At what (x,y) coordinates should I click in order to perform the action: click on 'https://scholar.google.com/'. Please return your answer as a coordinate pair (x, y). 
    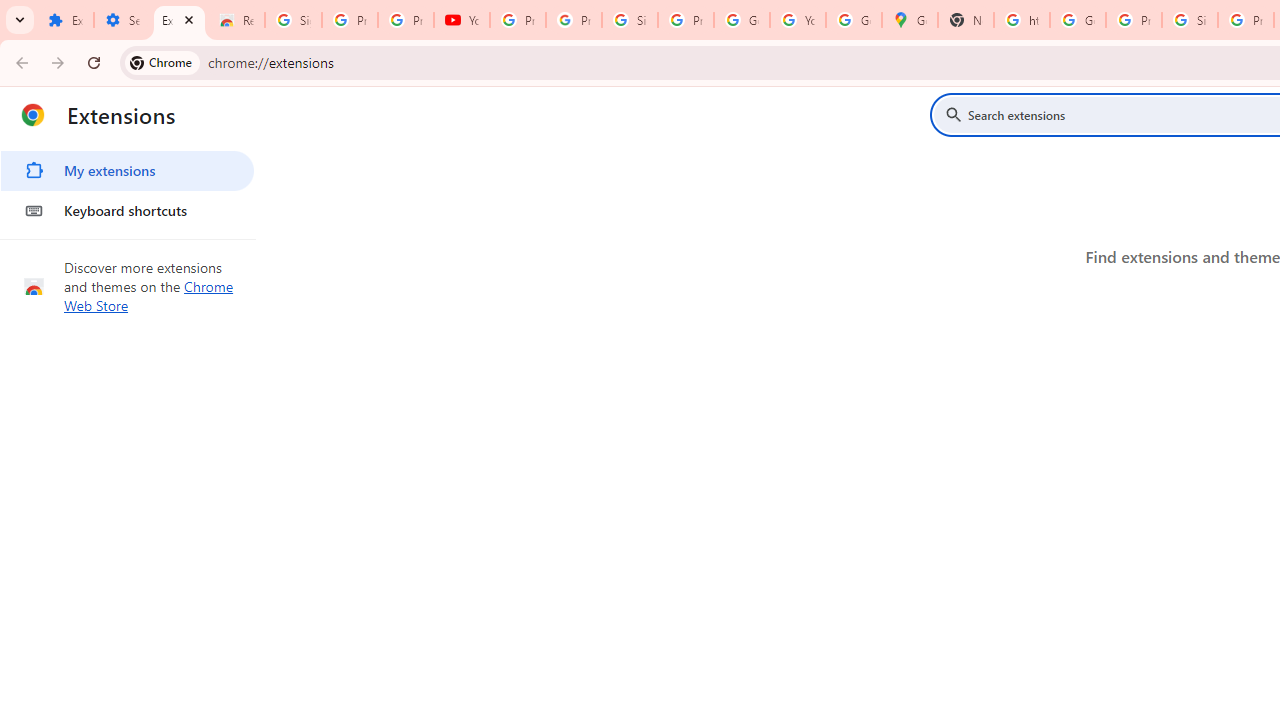
    Looking at the image, I should click on (1022, 20).